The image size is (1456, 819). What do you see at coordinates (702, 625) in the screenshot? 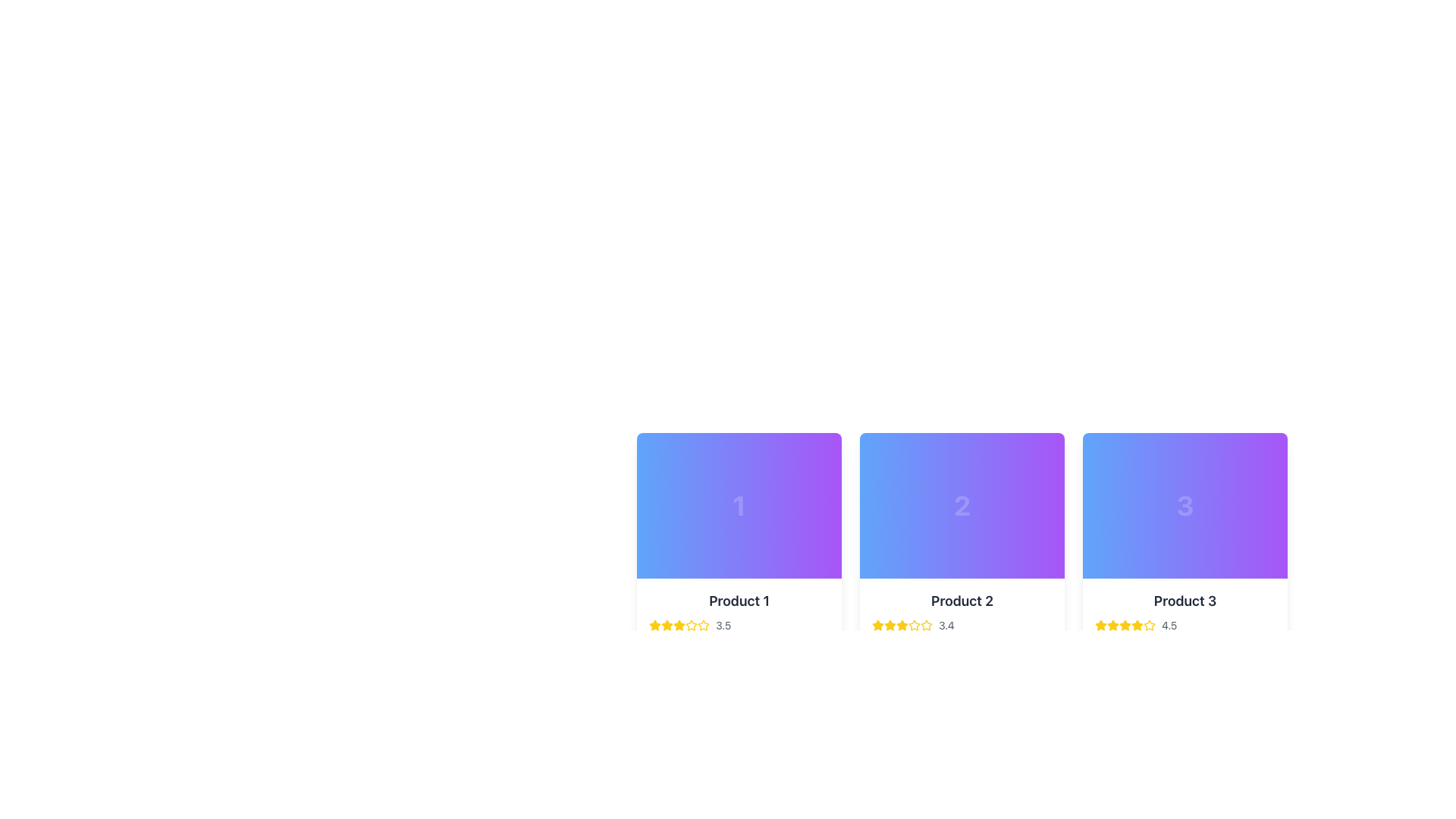
I see `the fourth star icon in the rating system for accessibility purposes. This star is yellow and part of a horizontal group of five stars located below the 'Product 1' card, aligning with the rating text '3.5'` at bounding box center [702, 625].